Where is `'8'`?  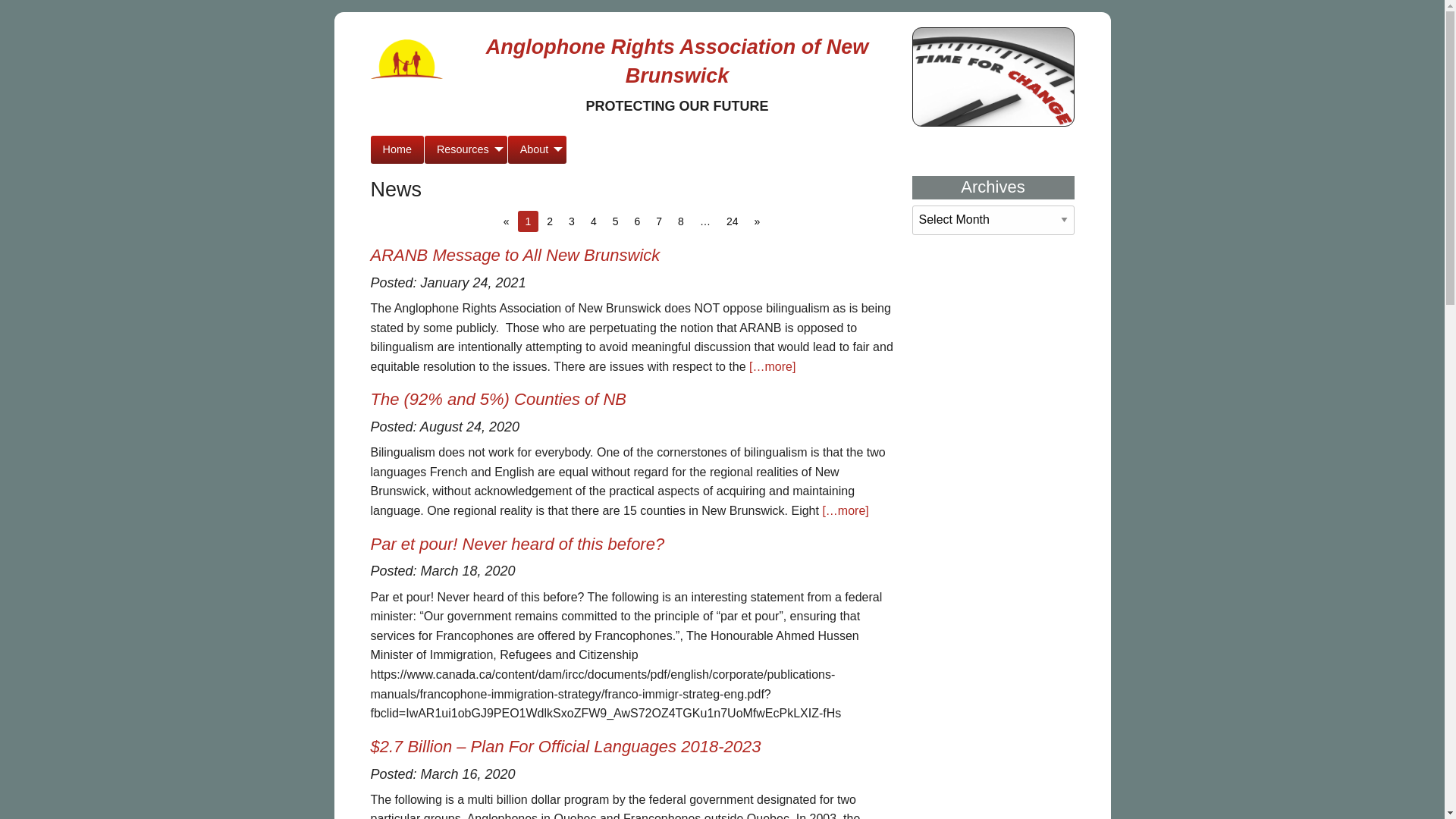 '8' is located at coordinates (679, 221).